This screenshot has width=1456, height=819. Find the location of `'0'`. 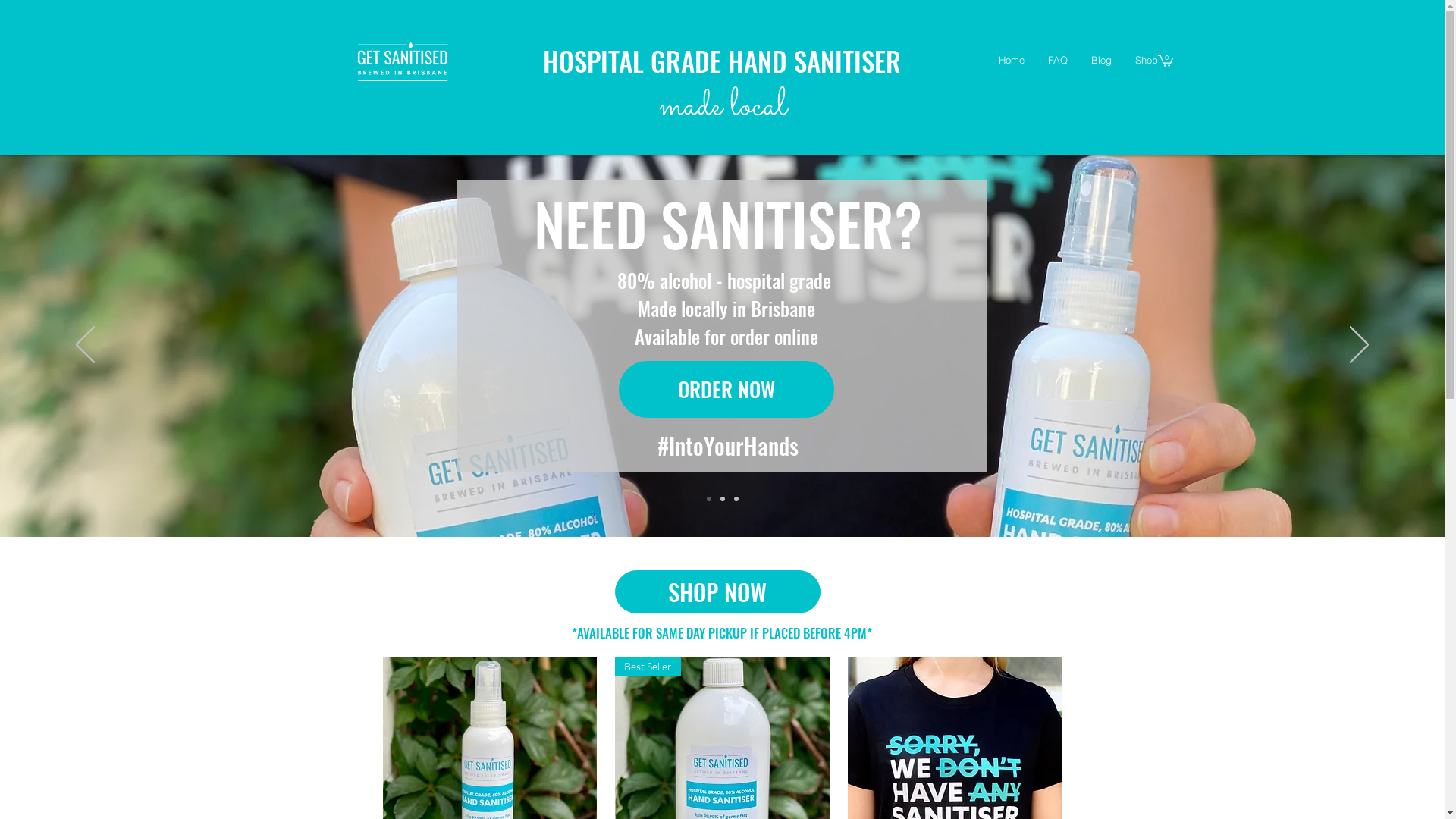

'0' is located at coordinates (1164, 59).